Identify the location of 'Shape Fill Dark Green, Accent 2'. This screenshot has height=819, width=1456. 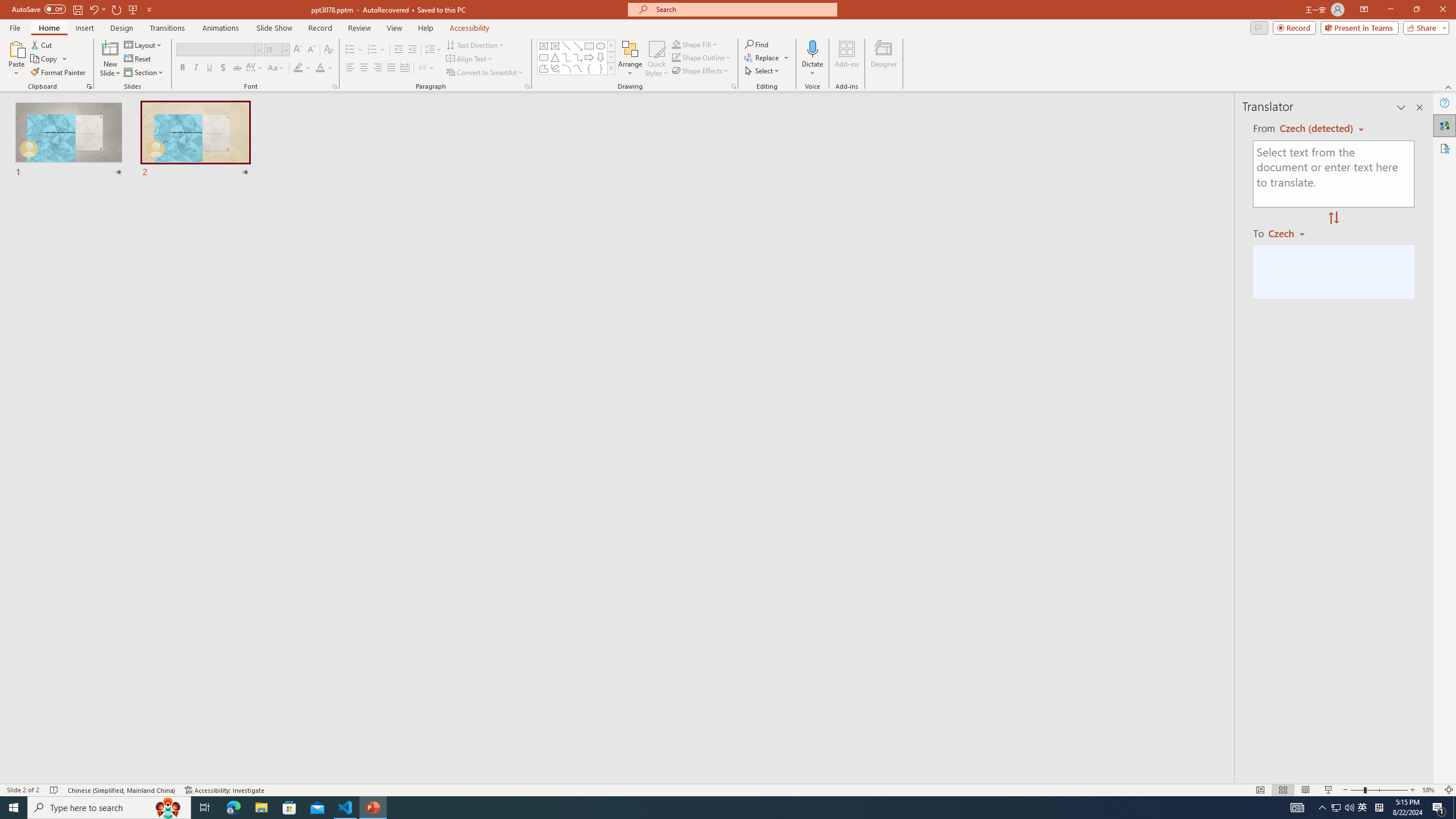
(676, 44).